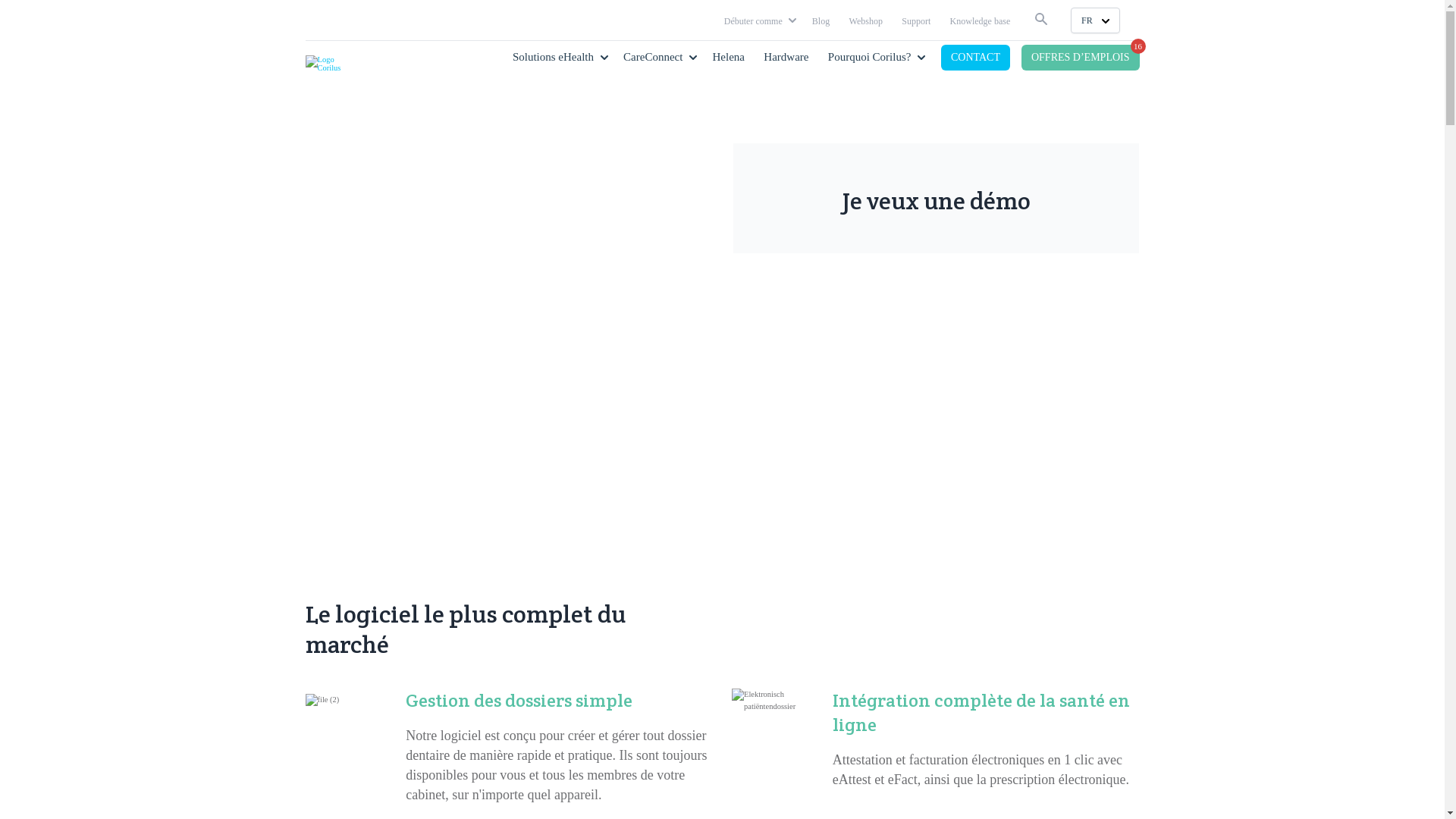 This screenshot has width=1456, height=819. Describe the element at coordinates (786, 55) in the screenshot. I see `'Hardware'` at that location.